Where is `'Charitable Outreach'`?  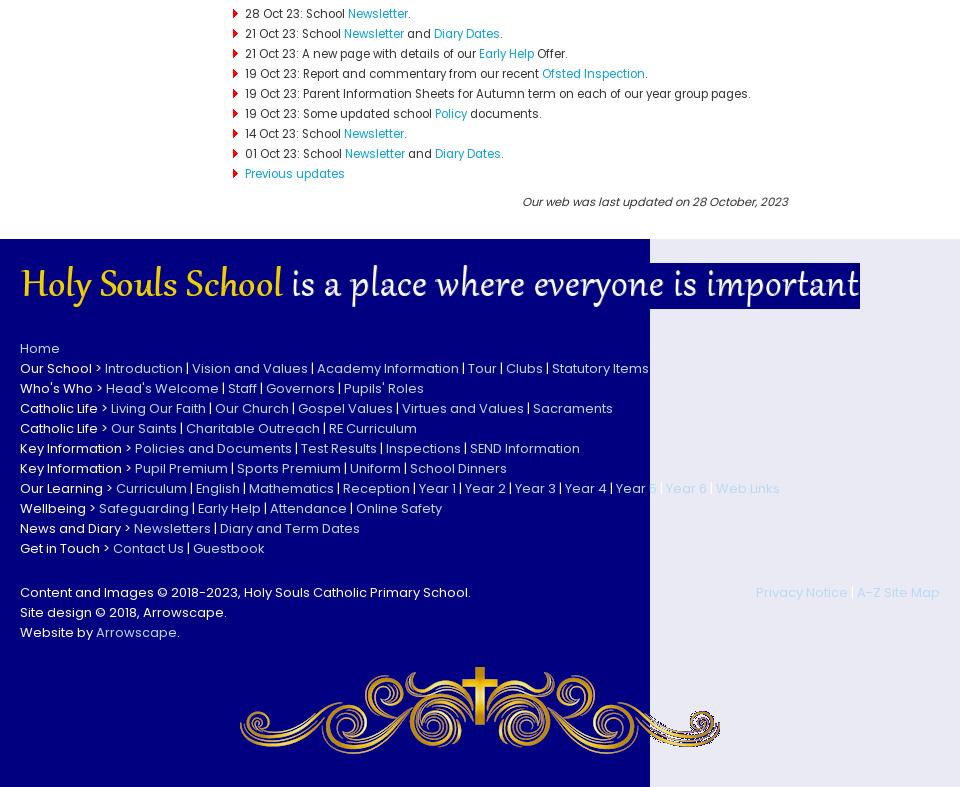 'Charitable Outreach' is located at coordinates (186, 427).